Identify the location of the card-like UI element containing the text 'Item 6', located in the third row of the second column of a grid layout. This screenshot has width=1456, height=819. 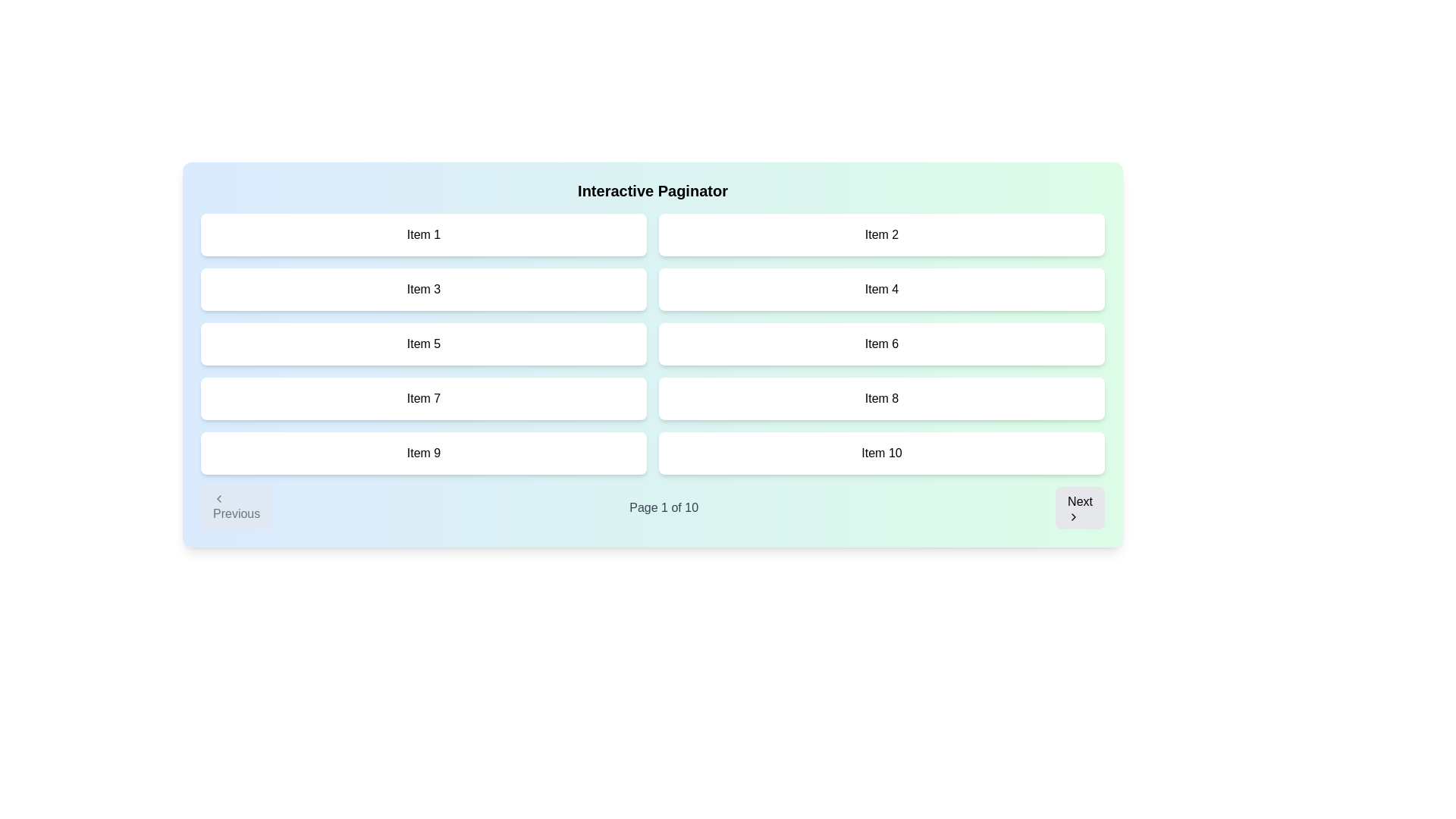
(881, 344).